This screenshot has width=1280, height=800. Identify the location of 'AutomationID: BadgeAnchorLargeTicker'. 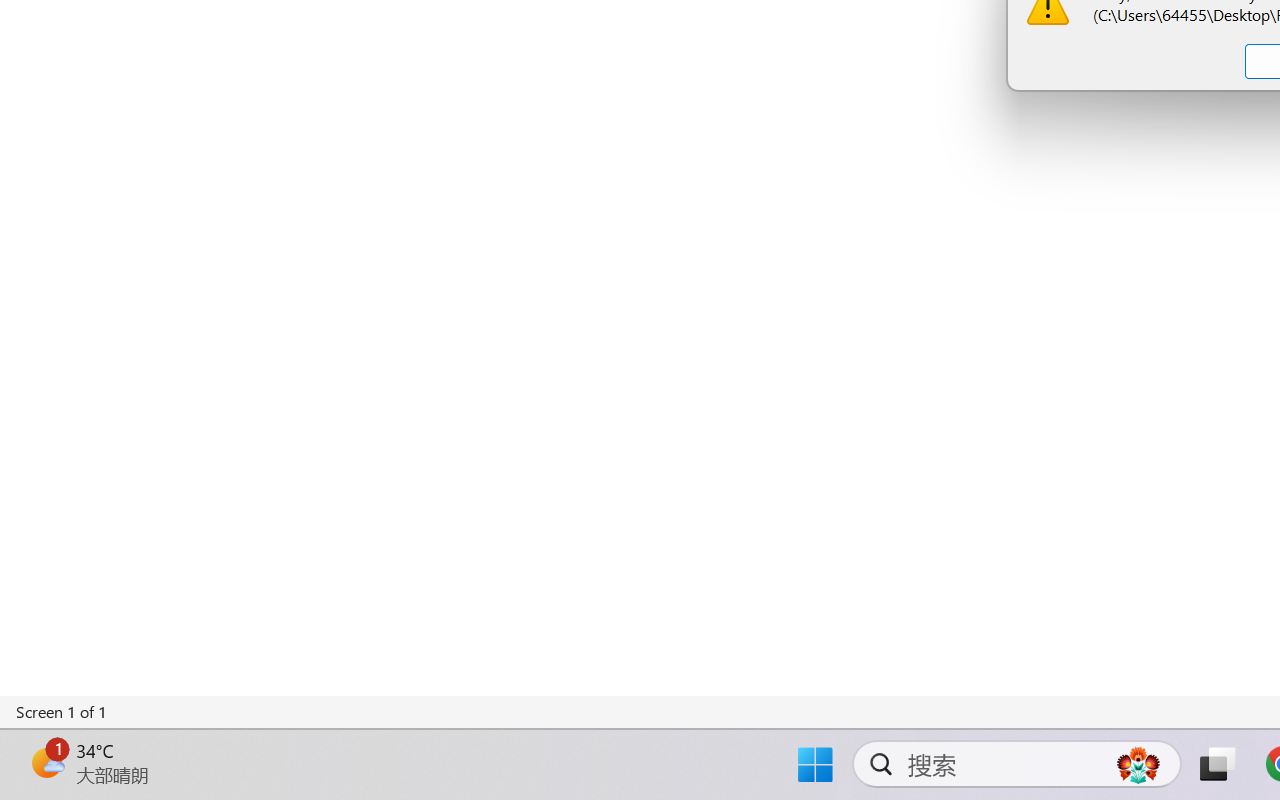
(46, 762).